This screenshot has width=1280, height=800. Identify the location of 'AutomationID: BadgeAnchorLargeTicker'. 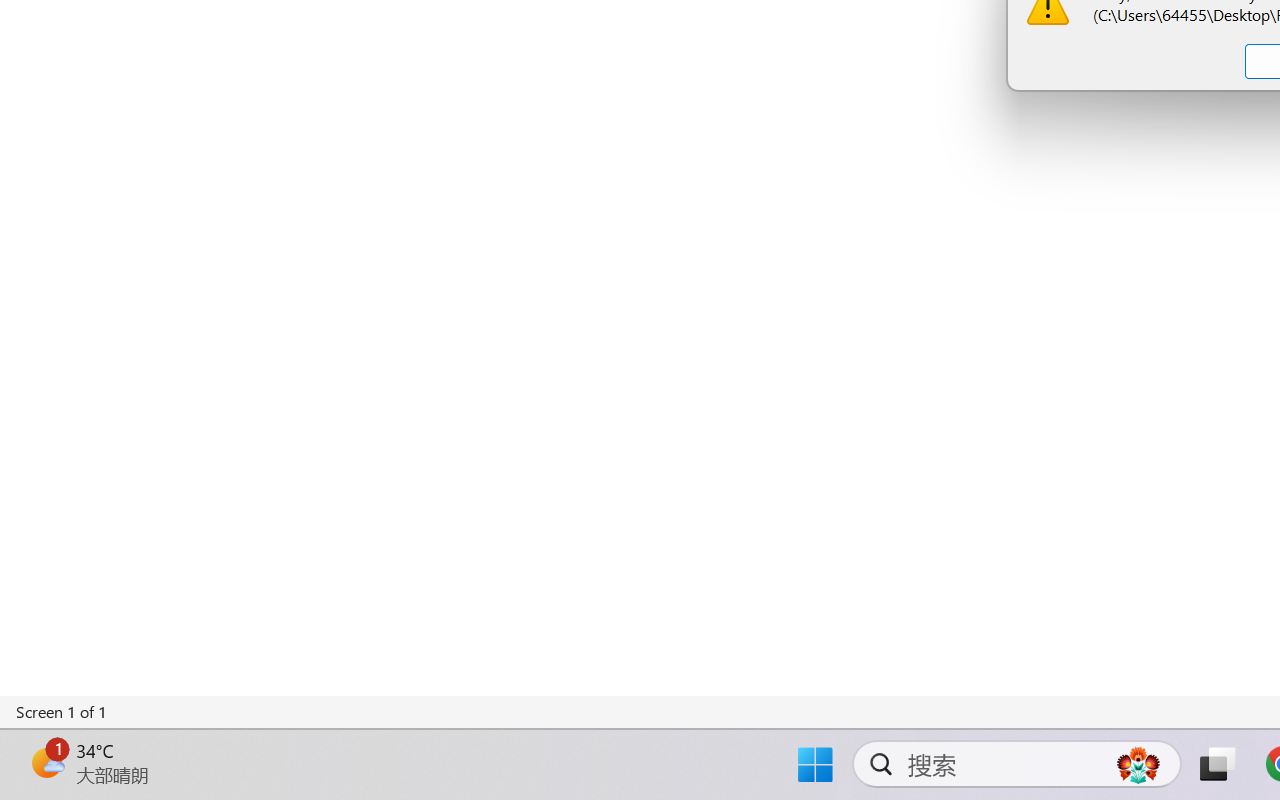
(46, 762).